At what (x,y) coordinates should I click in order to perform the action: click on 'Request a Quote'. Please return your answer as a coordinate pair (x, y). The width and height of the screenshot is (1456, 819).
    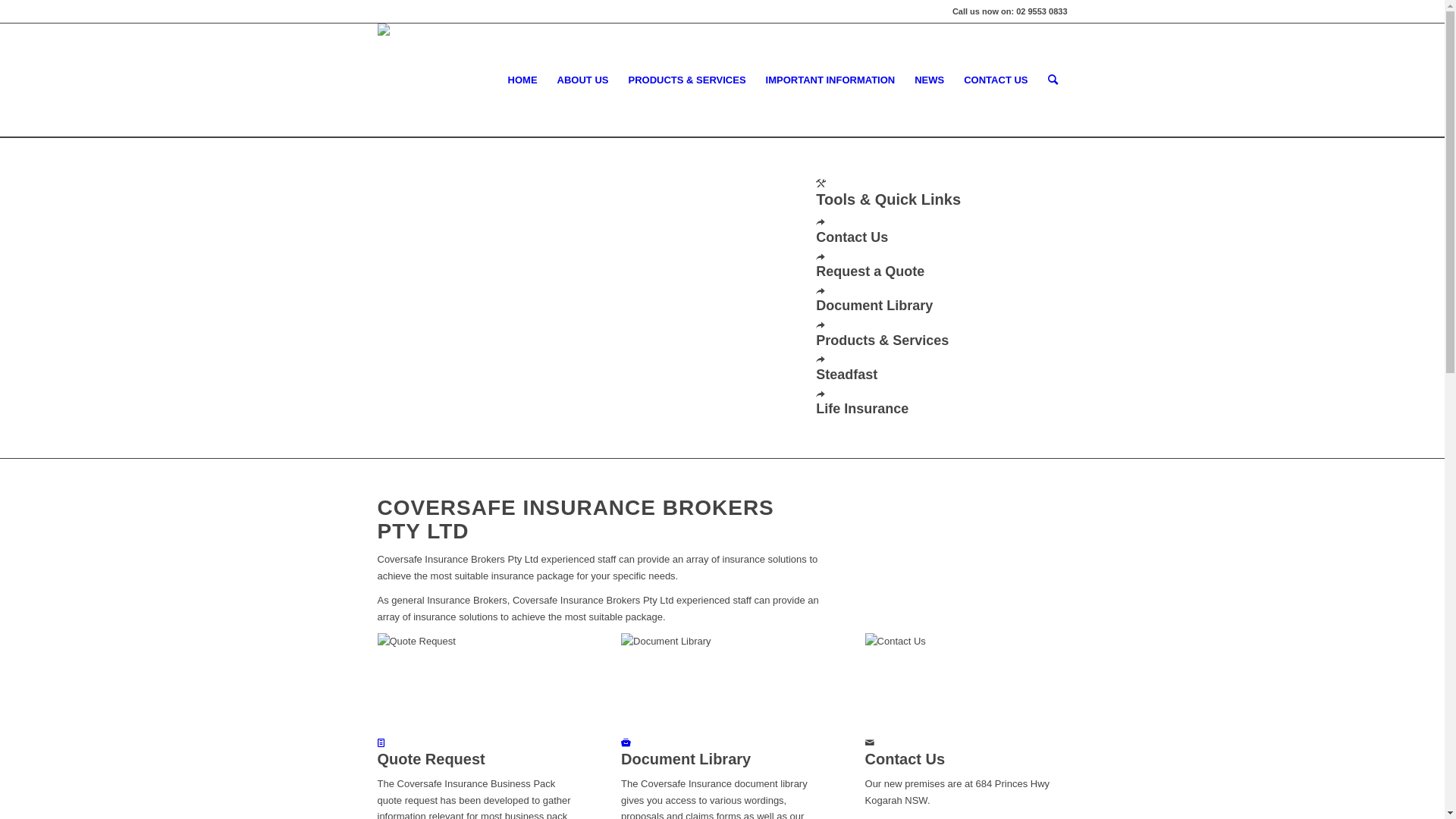
    Looking at the image, I should click on (870, 271).